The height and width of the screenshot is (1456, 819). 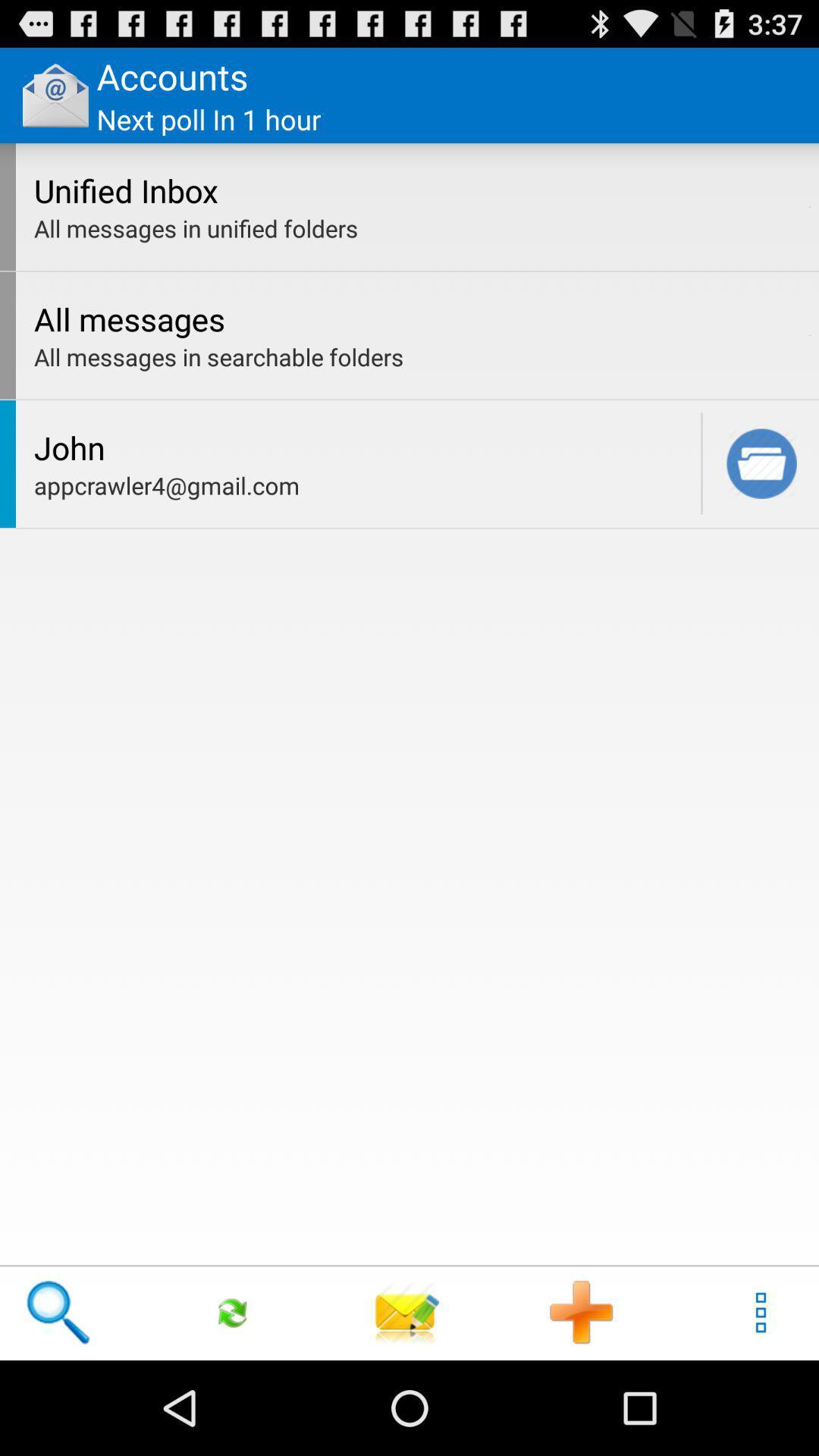 I want to click on the app to the right of the john app, so click(x=701, y=463).